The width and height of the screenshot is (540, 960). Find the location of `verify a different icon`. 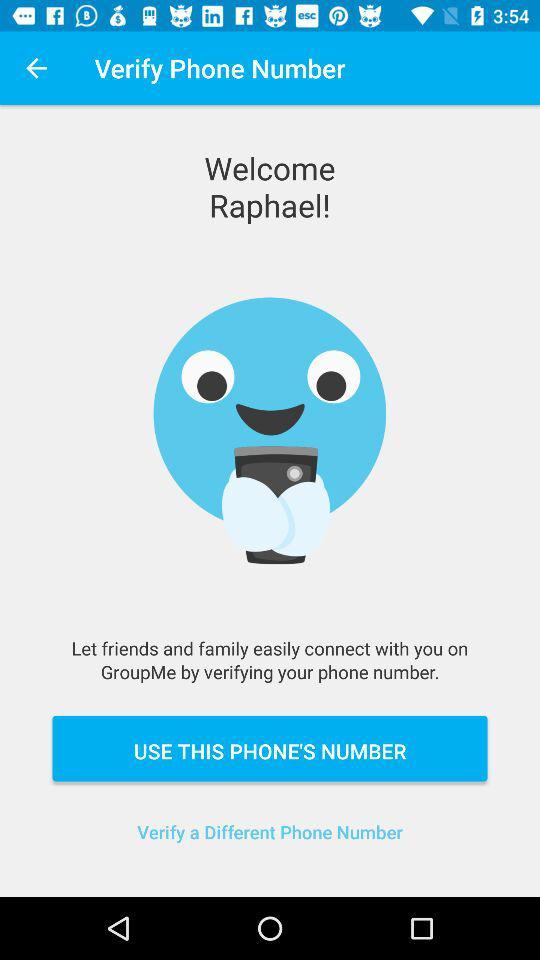

verify a different icon is located at coordinates (270, 843).